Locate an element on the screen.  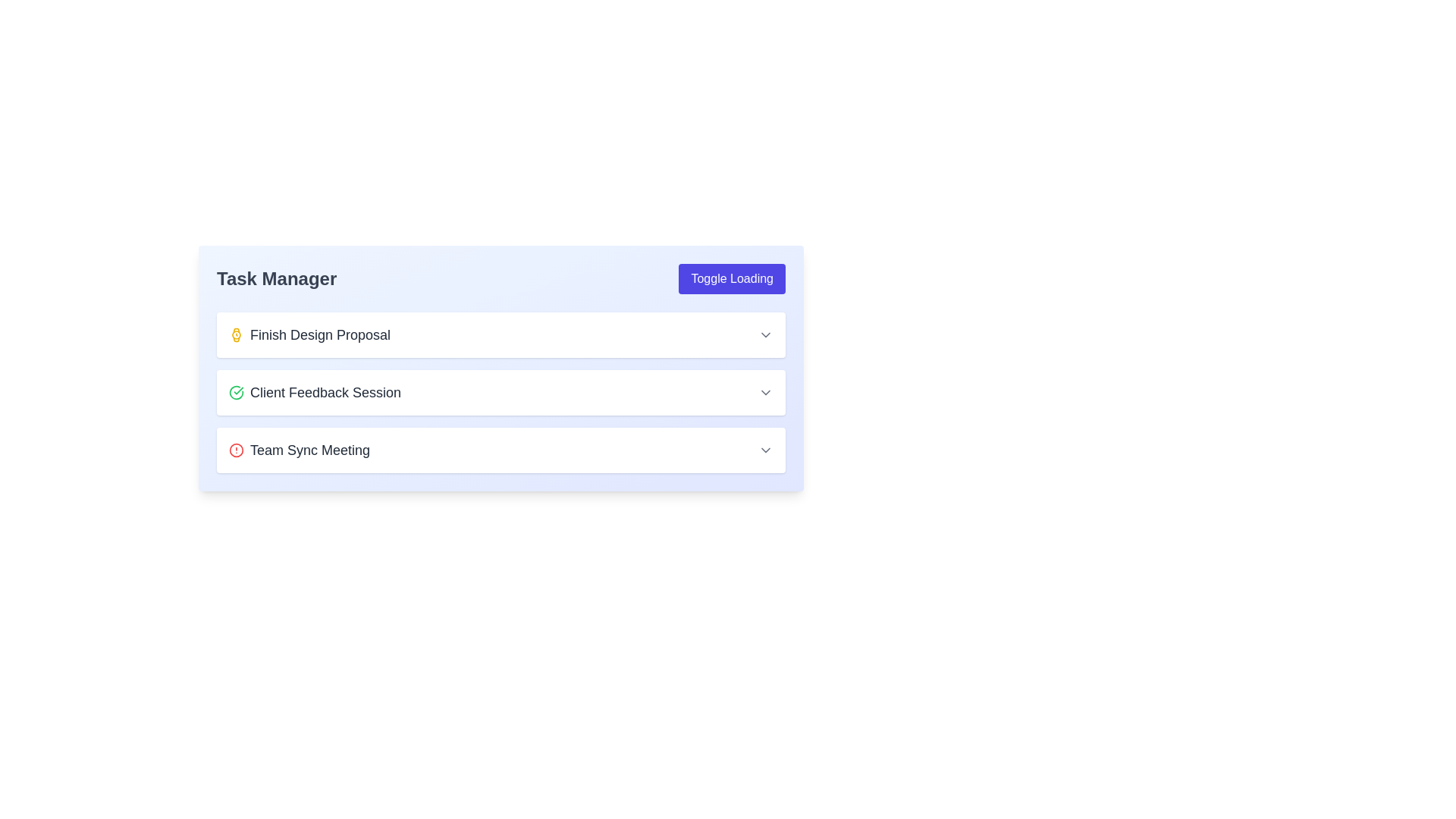
the Dropdown trigger icon (Chevron) is located at coordinates (765, 450).